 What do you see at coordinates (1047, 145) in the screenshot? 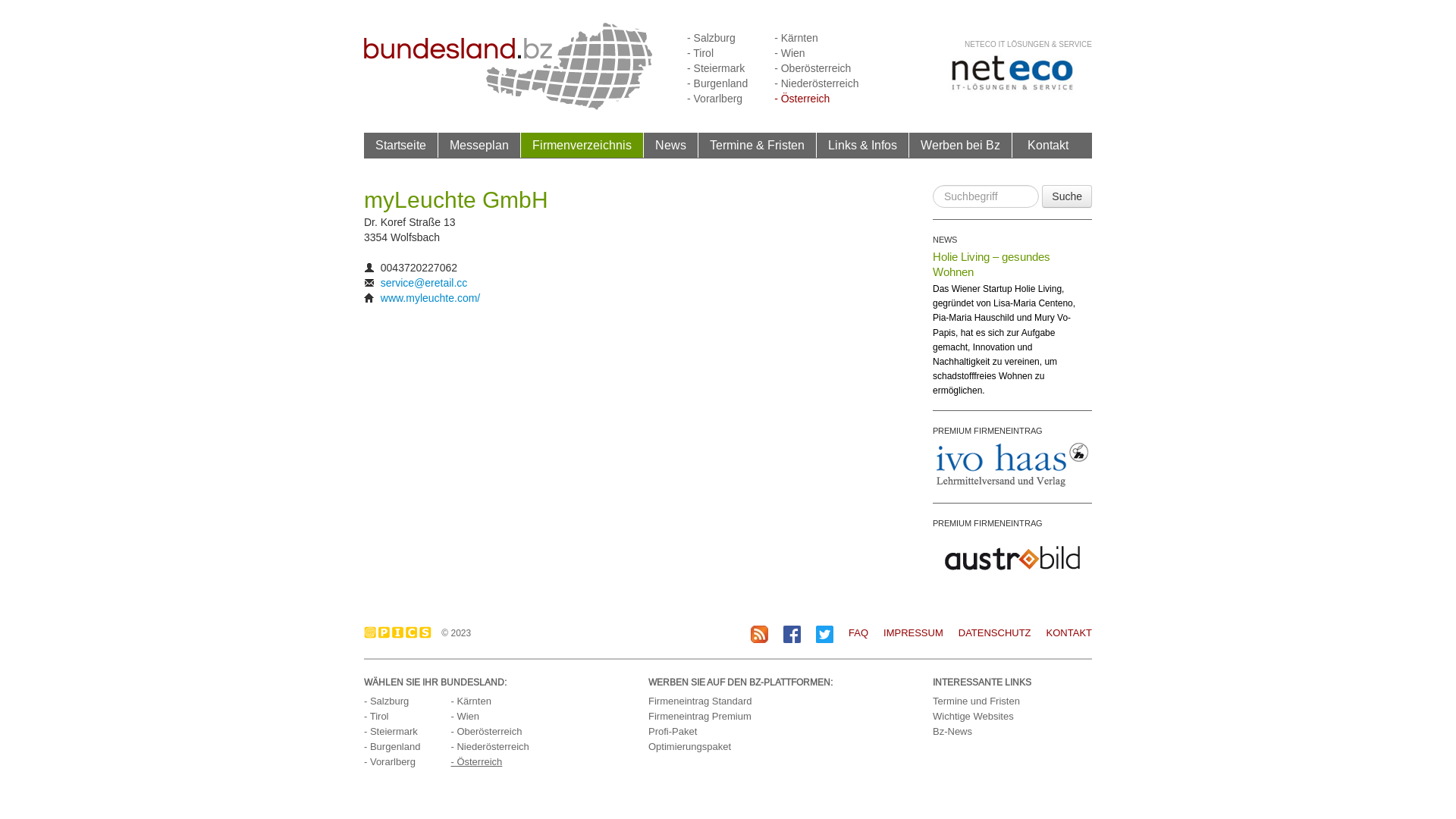
I see `'Kontakt'` at bounding box center [1047, 145].